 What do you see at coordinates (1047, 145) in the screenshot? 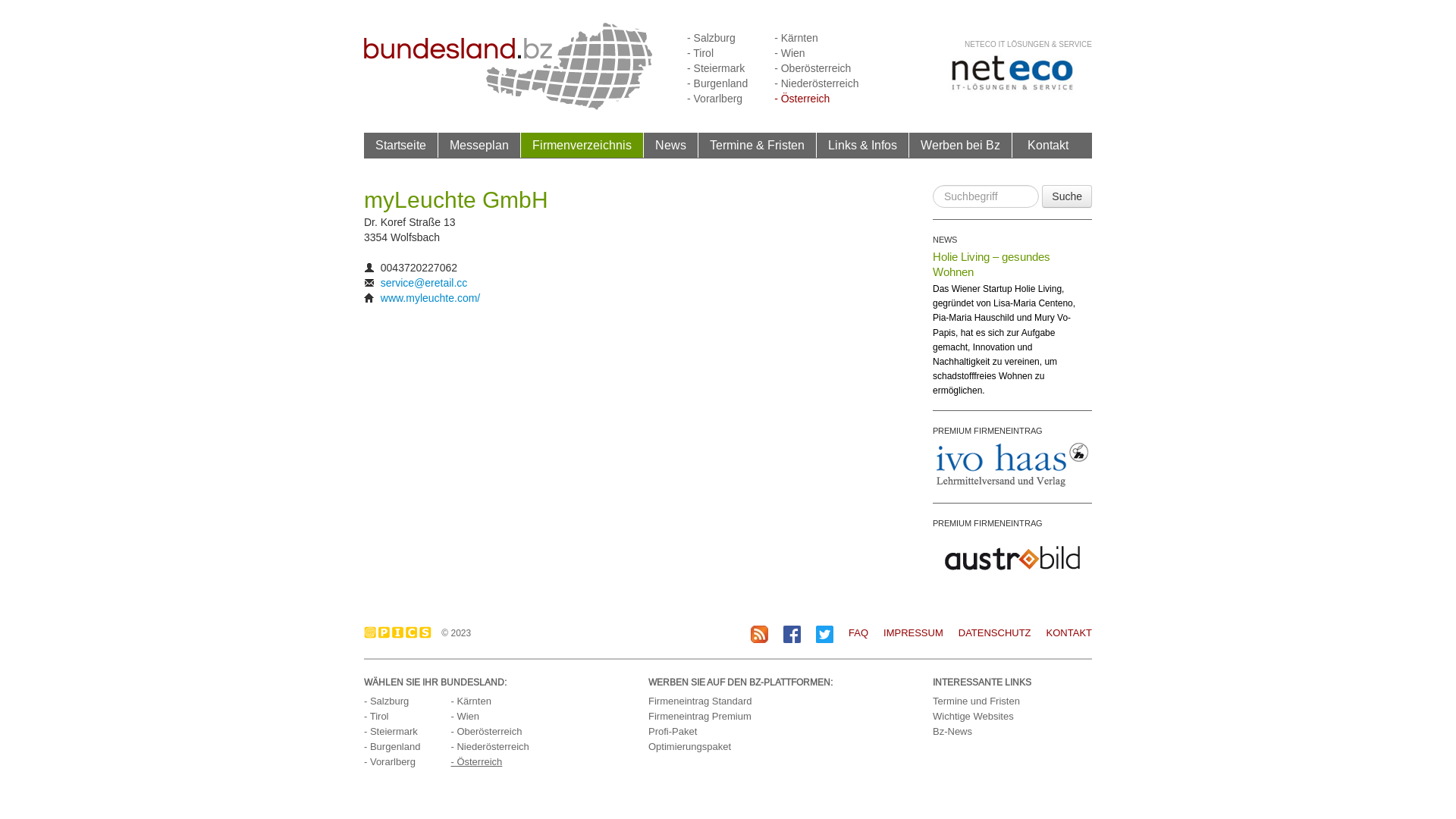
I see `'Kontakt'` at bounding box center [1047, 145].